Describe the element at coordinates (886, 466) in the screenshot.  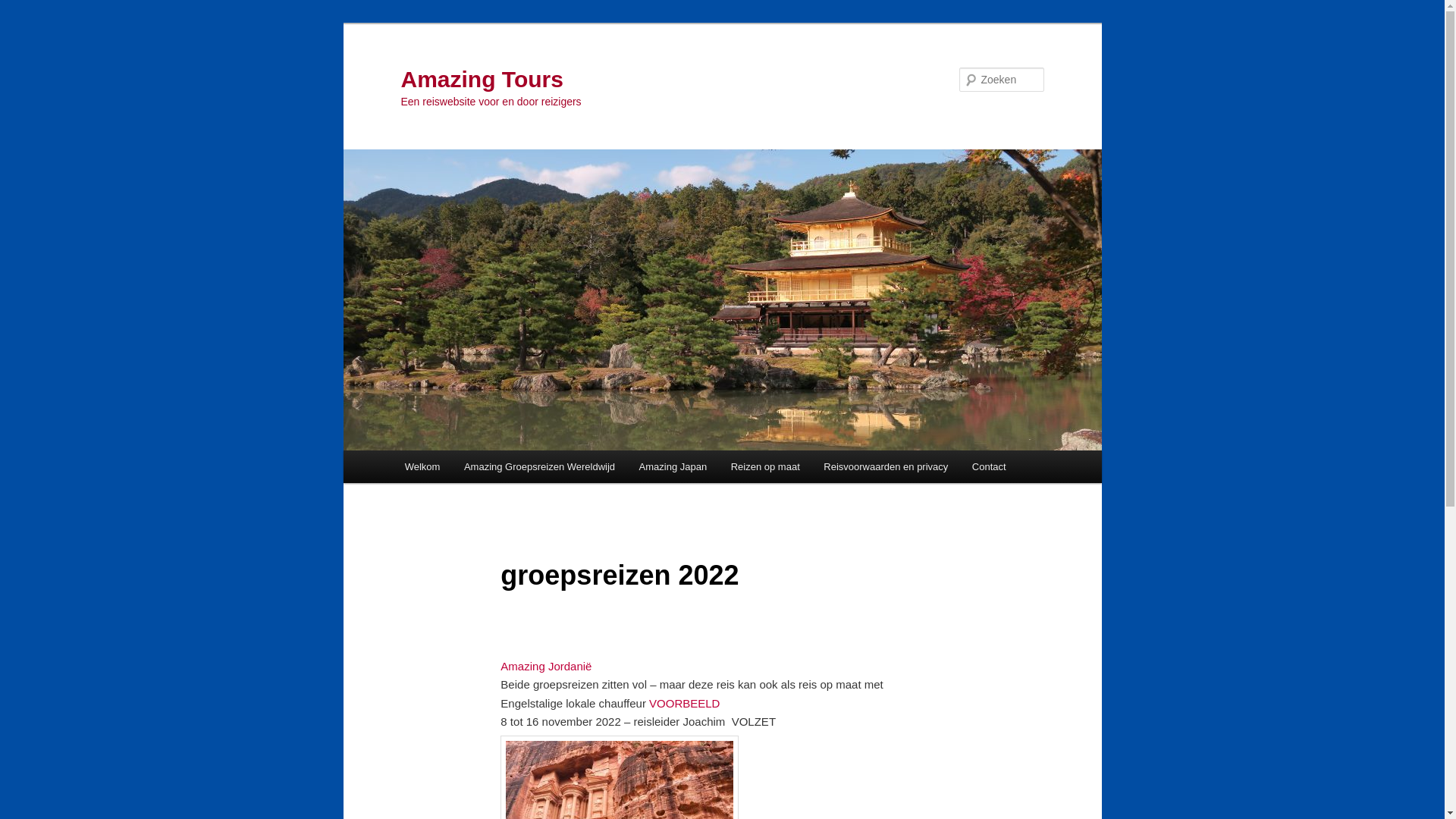
I see `'Reisvoorwaarden en privacy'` at that location.